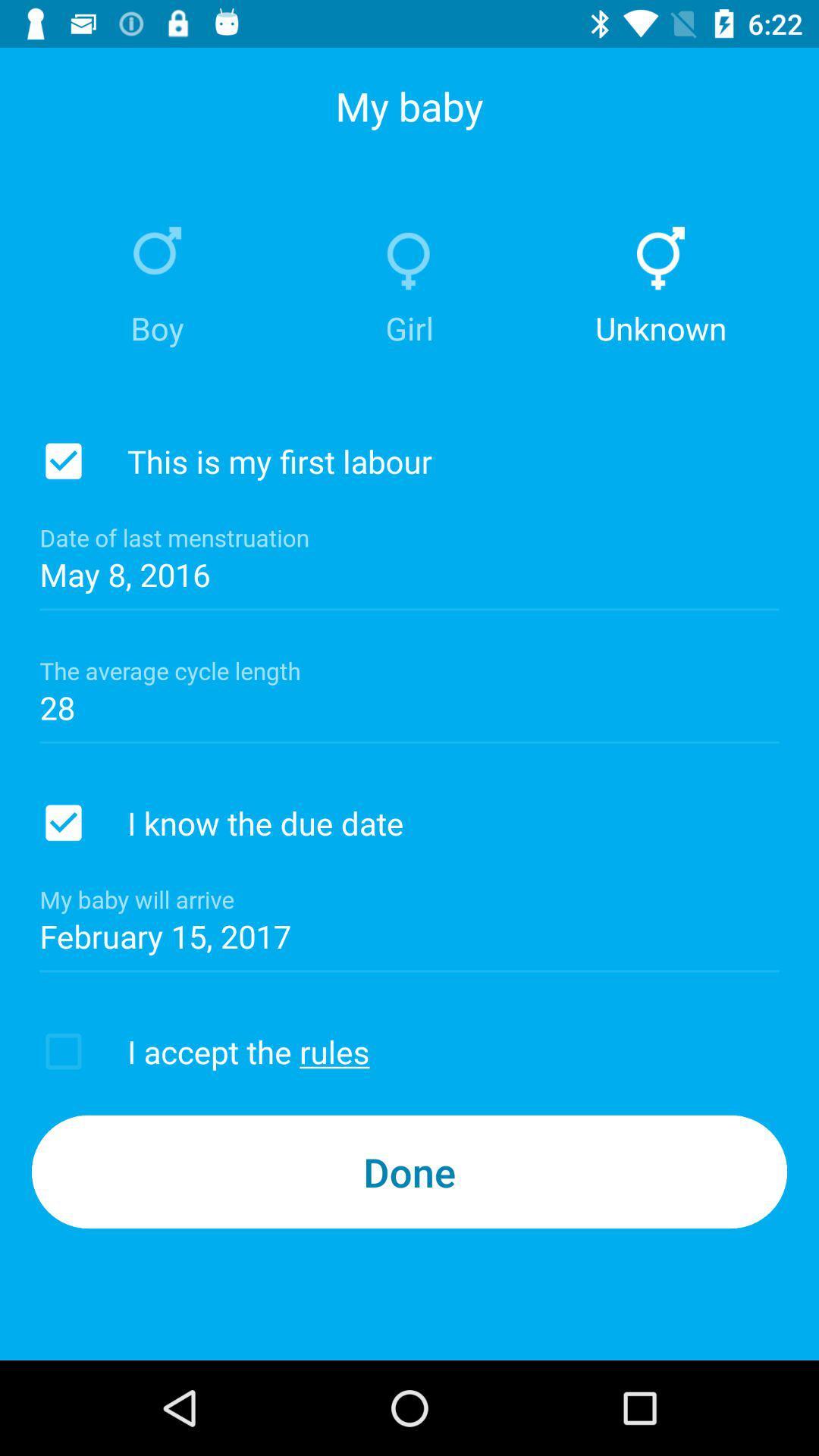  I want to click on an option, so click(63, 460).